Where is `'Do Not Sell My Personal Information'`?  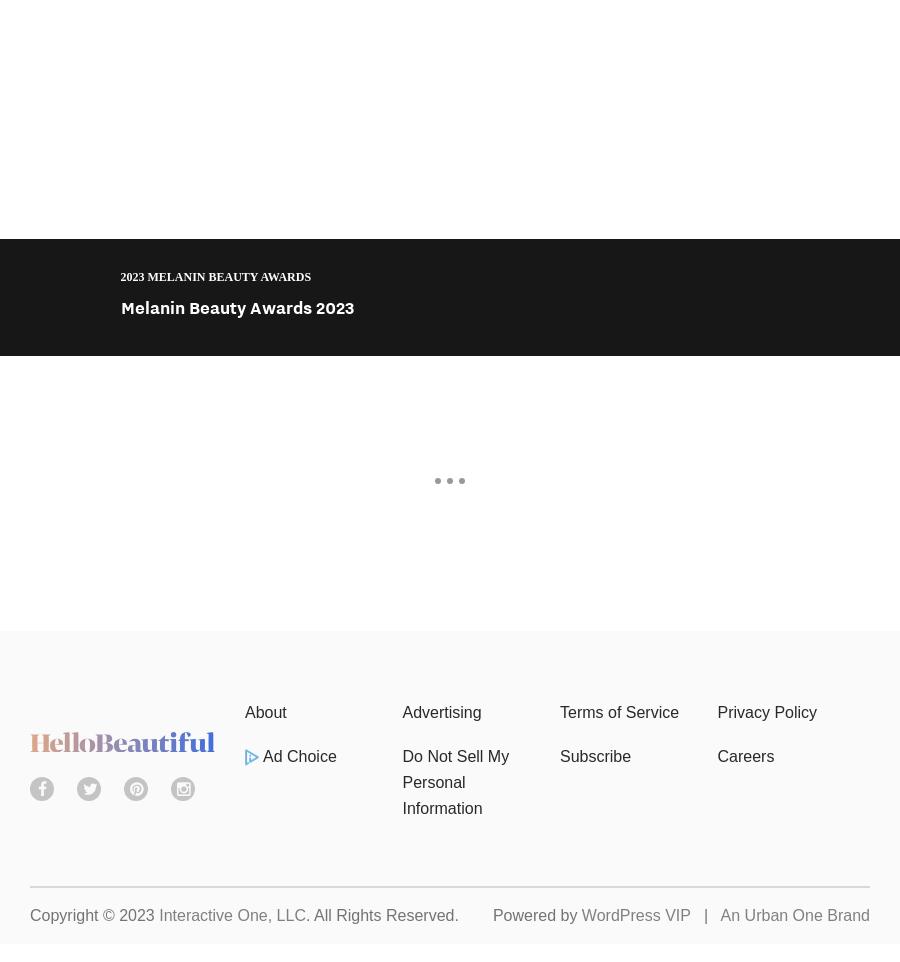
'Do Not Sell My Personal Information' is located at coordinates (454, 781).